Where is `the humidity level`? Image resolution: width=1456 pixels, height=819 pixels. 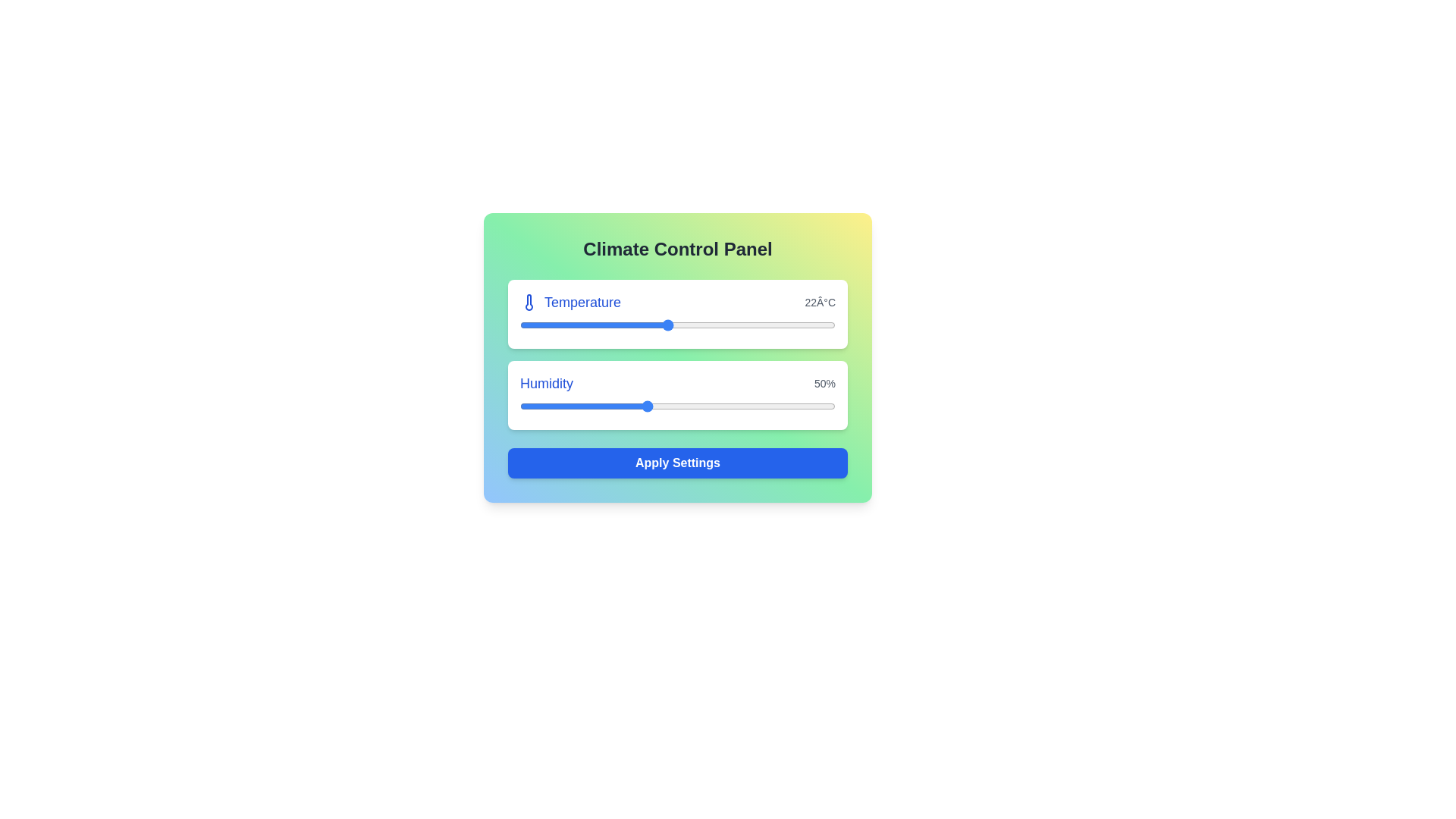
the humidity level is located at coordinates (646, 406).